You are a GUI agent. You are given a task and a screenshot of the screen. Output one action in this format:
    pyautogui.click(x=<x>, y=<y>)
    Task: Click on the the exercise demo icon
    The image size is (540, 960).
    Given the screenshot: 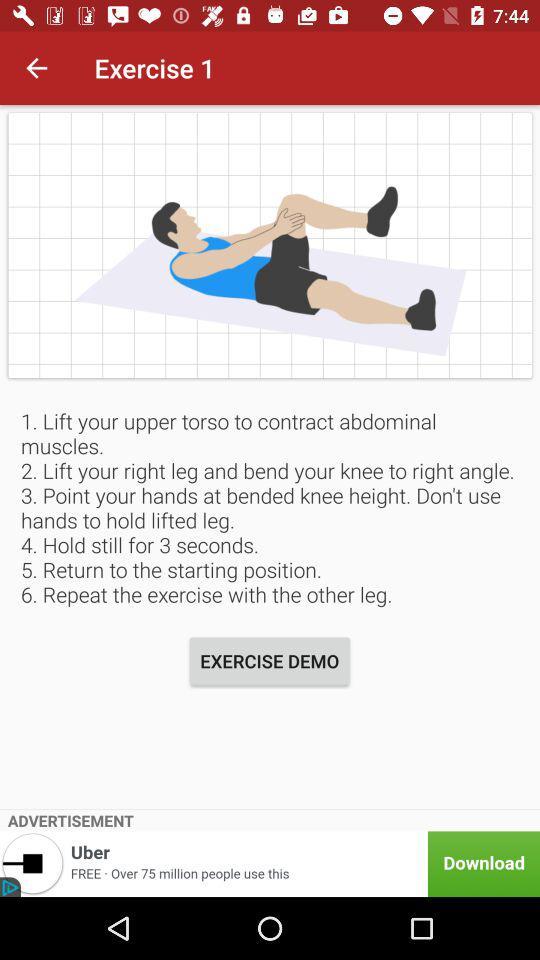 What is the action you would take?
    pyautogui.click(x=269, y=661)
    